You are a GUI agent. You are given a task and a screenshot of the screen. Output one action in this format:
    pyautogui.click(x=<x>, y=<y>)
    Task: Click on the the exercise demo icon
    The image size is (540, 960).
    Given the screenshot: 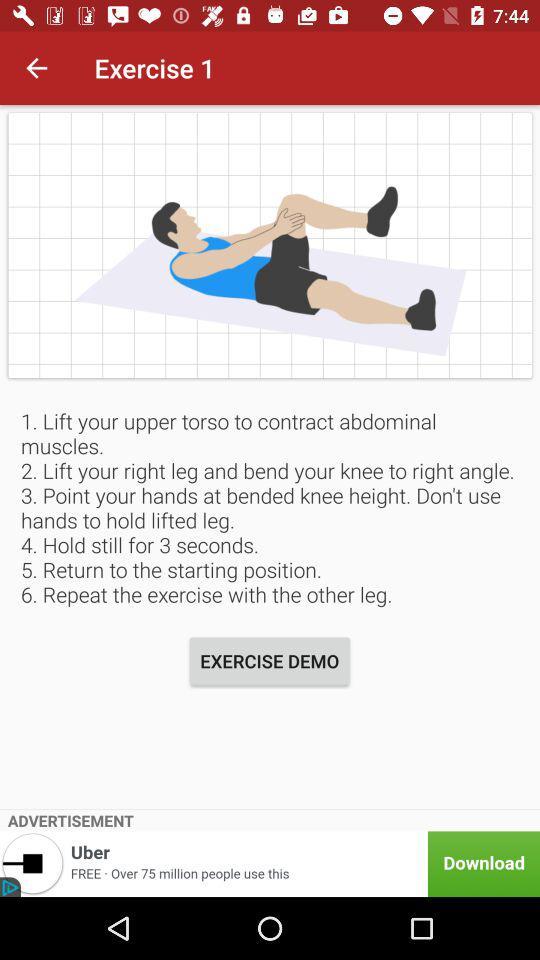 What is the action you would take?
    pyautogui.click(x=269, y=661)
    